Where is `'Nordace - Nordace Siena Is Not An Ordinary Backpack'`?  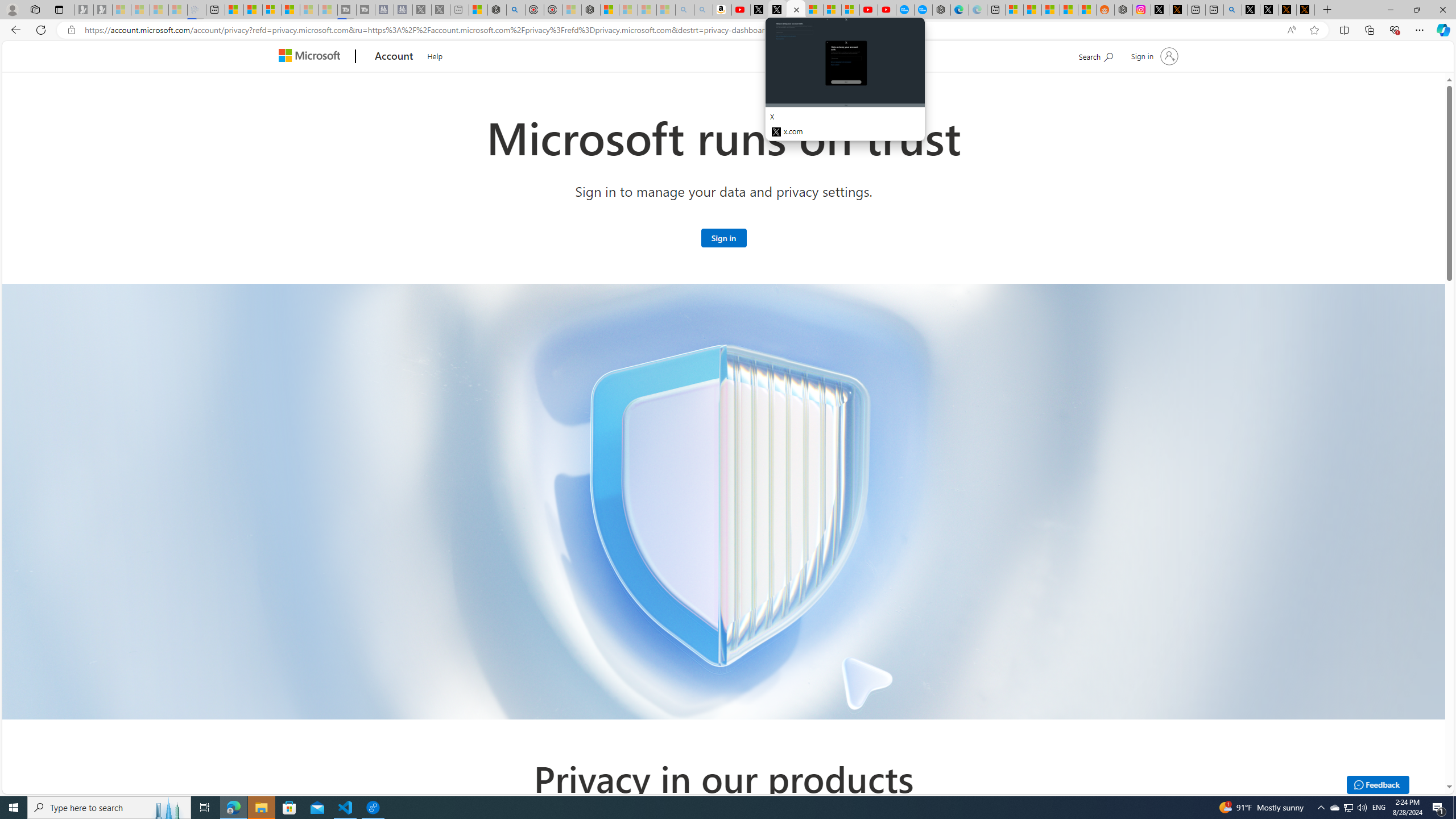
'Nordace - Nordace Siena Is Not An Ordinary Backpack' is located at coordinates (591, 9).